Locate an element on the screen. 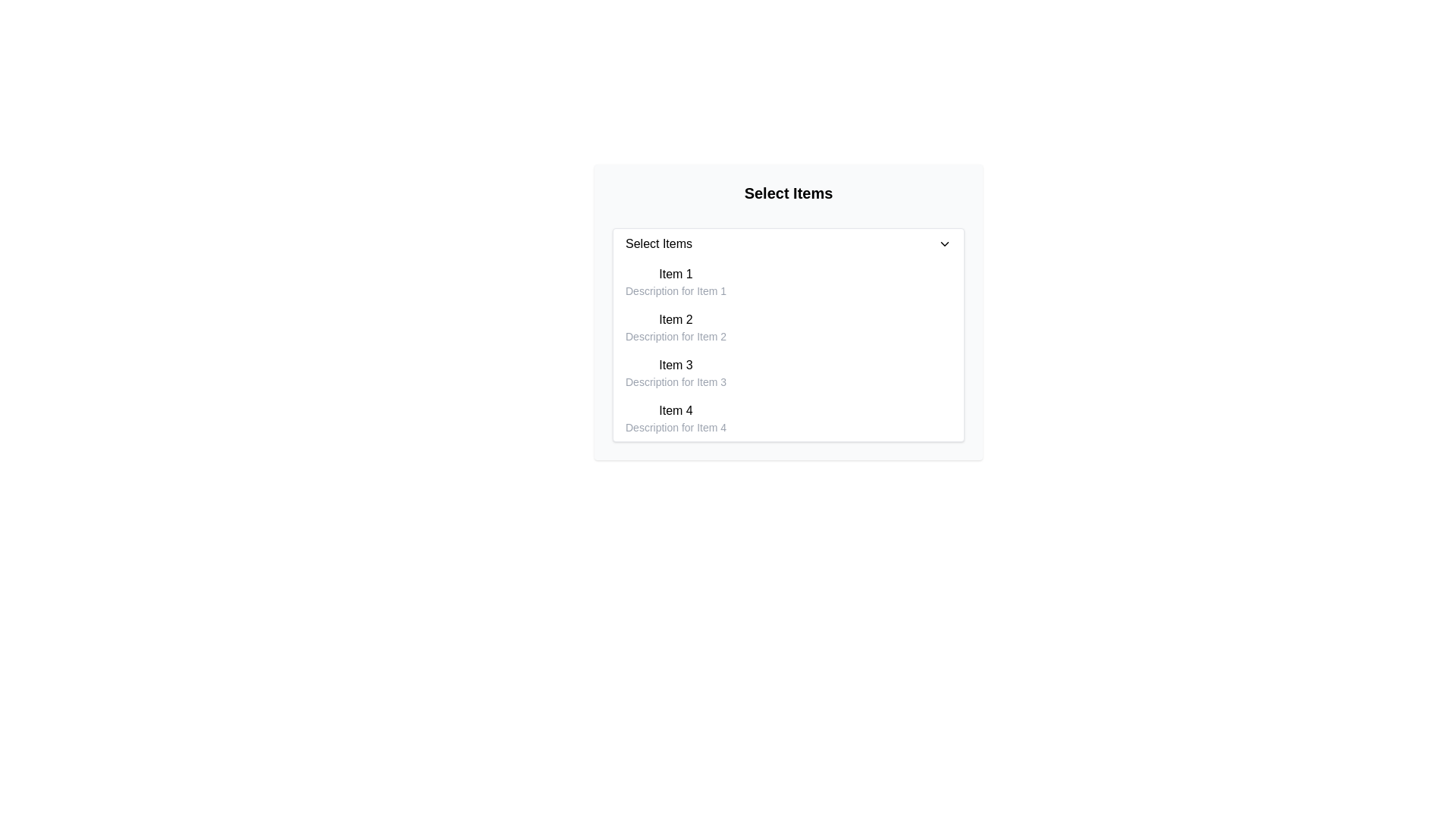 The height and width of the screenshot is (819, 1456). the third item in the dropdown list, which contains the bold heading 'Item 3' and the description 'Description for Item 3' is located at coordinates (675, 373).